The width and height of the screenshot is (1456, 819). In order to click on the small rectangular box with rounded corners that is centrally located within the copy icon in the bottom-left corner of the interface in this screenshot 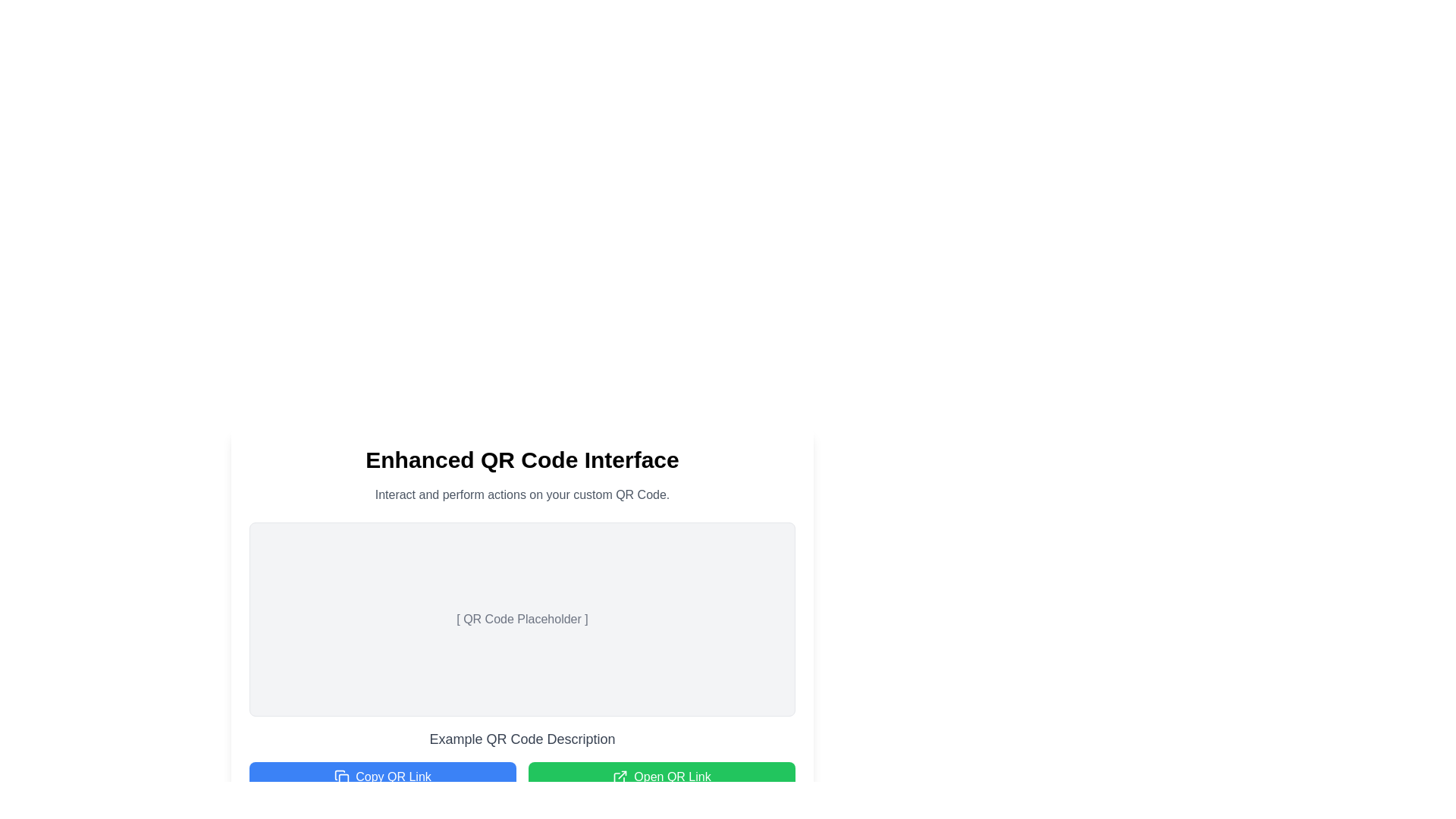, I will do `click(343, 779)`.